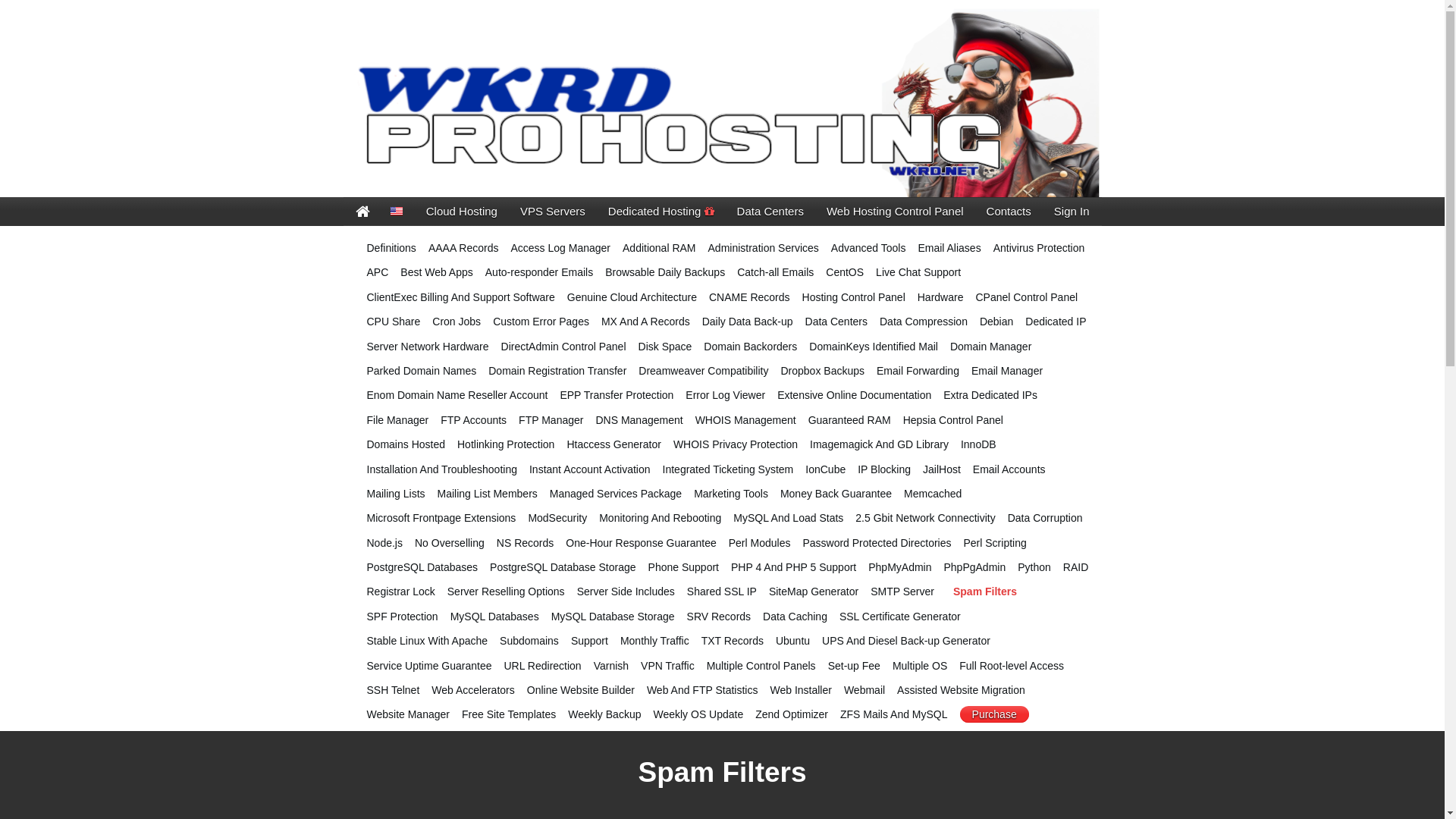 This screenshot has width=1456, height=819. What do you see at coordinates (542, 665) in the screenshot?
I see `'URL Redirection'` at bounding box center [542, 665].